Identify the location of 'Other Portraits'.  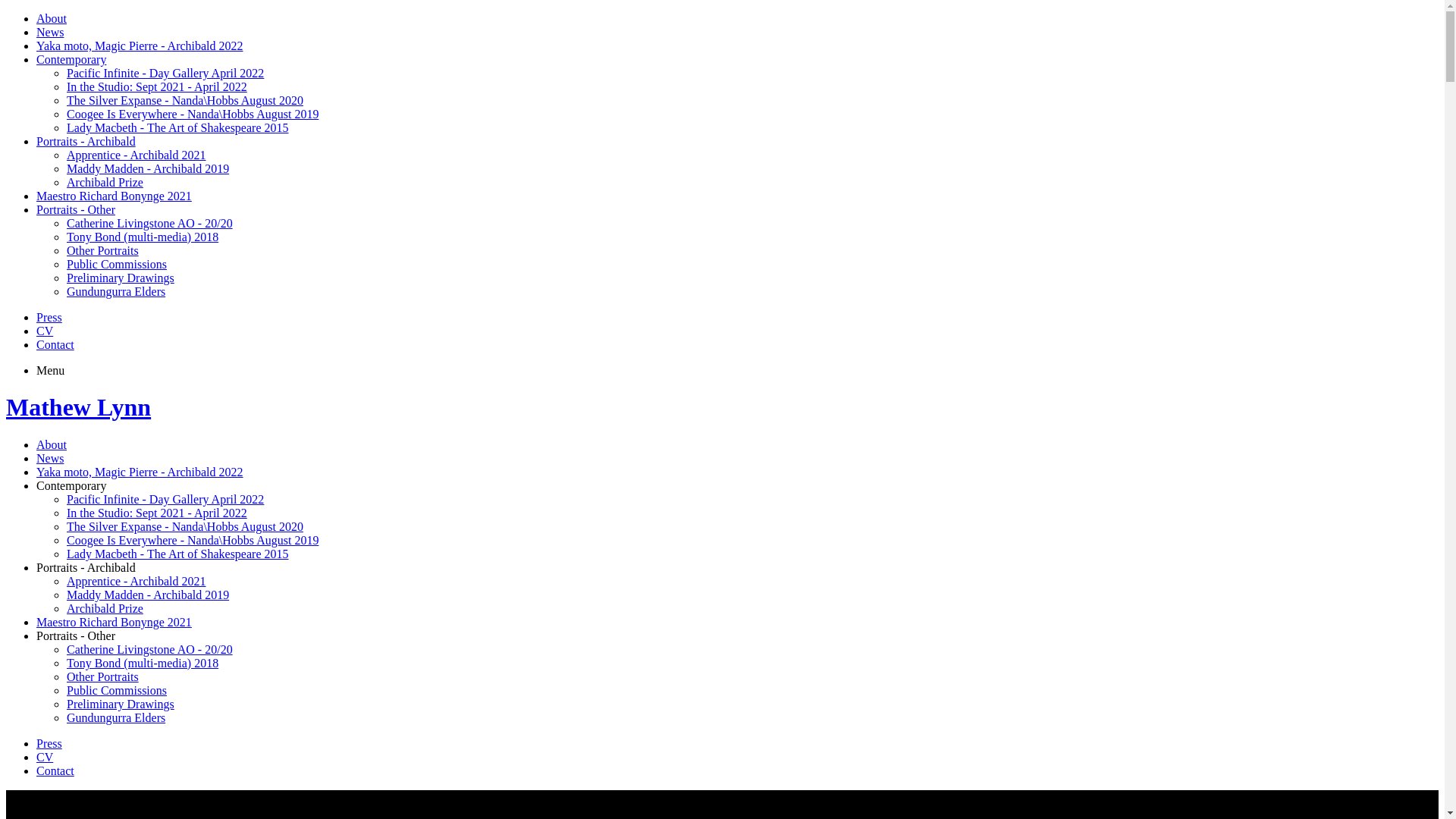
(65, 249).